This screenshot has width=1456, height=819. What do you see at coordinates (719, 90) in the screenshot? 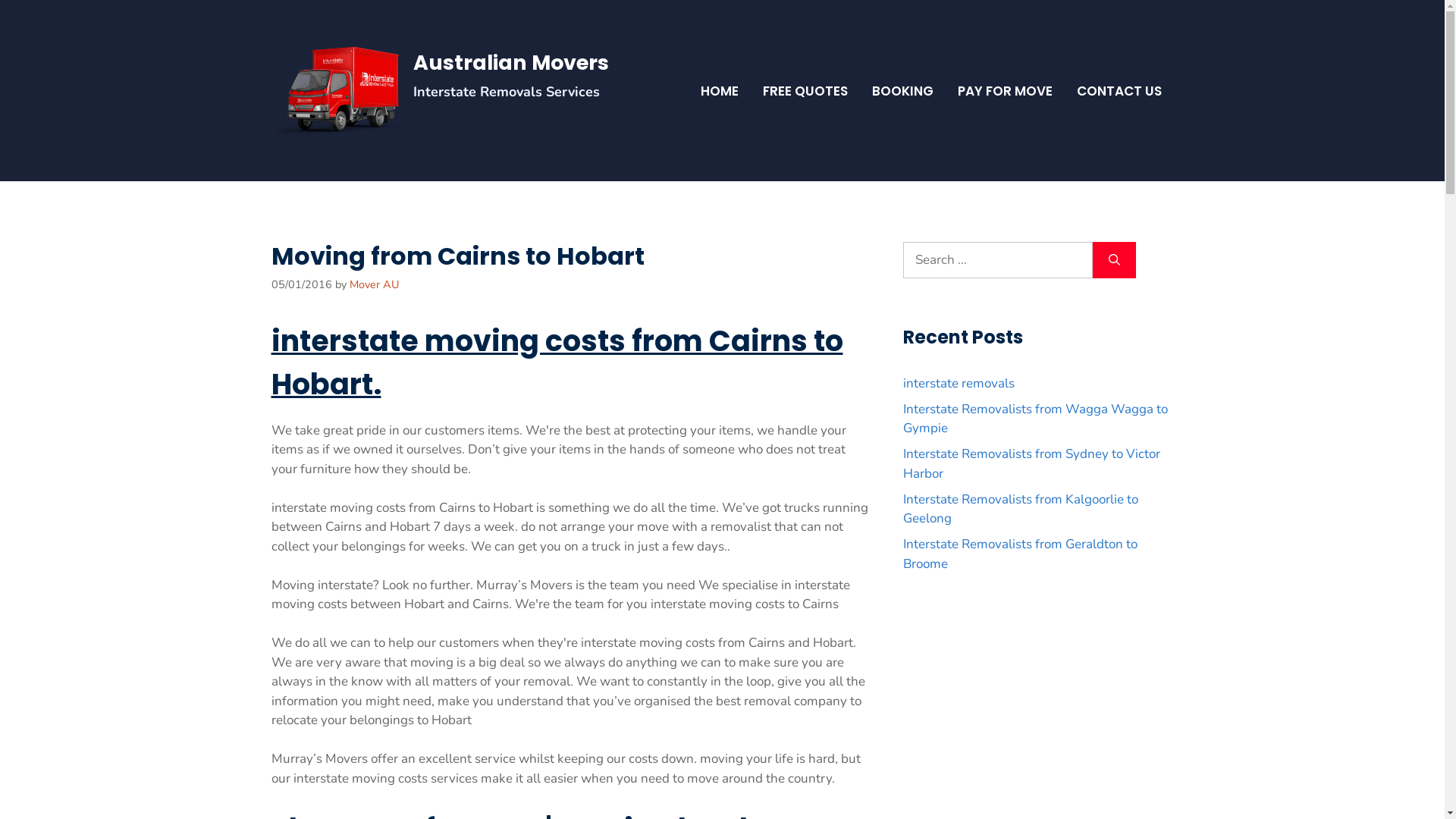
I see `'HOME'` at bounding box center [719, 90].